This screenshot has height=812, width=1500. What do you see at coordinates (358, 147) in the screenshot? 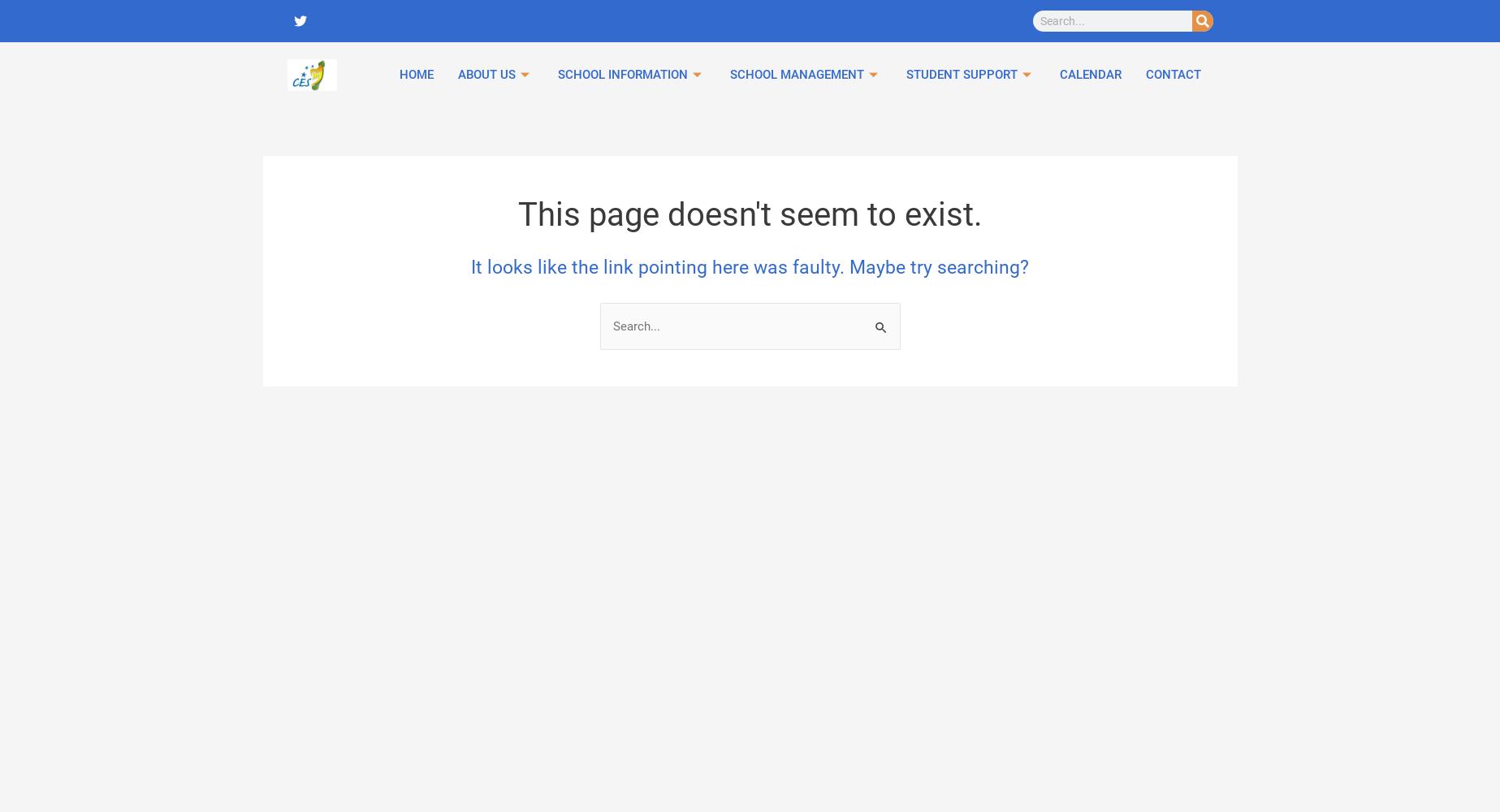
I see `'About us'` at bounding box center [358, 147].